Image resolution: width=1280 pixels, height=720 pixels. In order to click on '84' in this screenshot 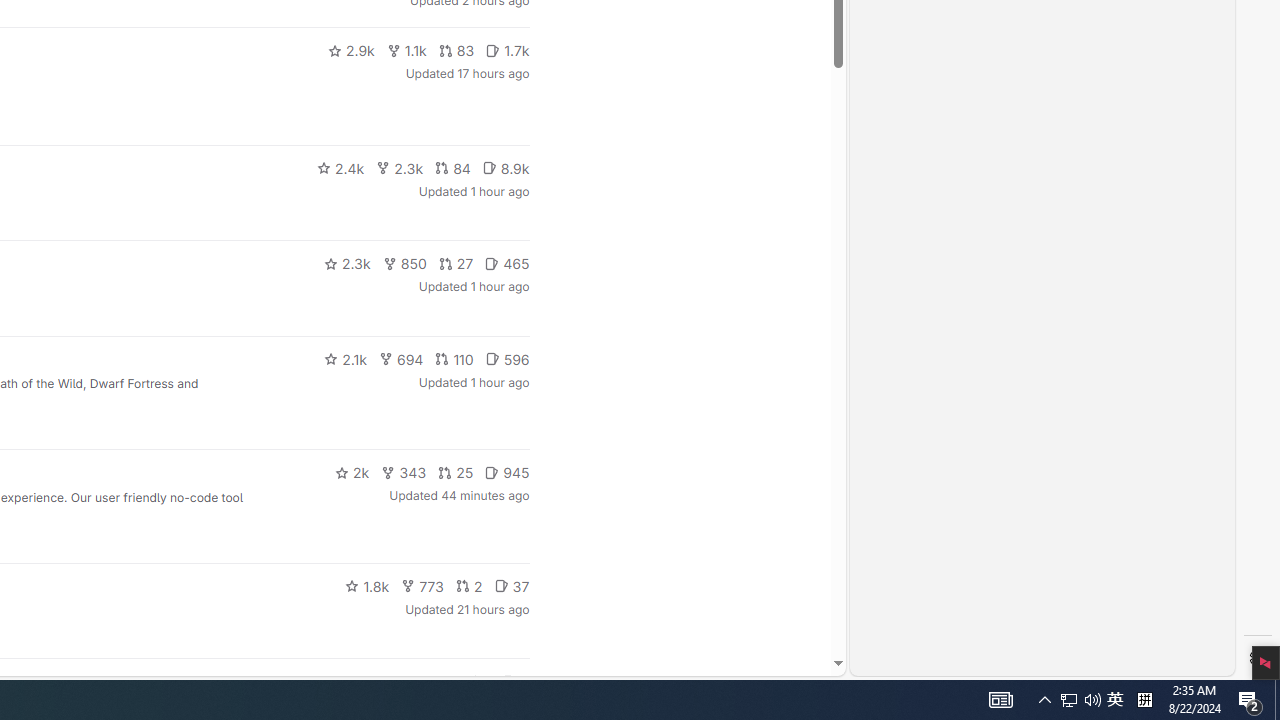, I will do `click(452, 167)`.